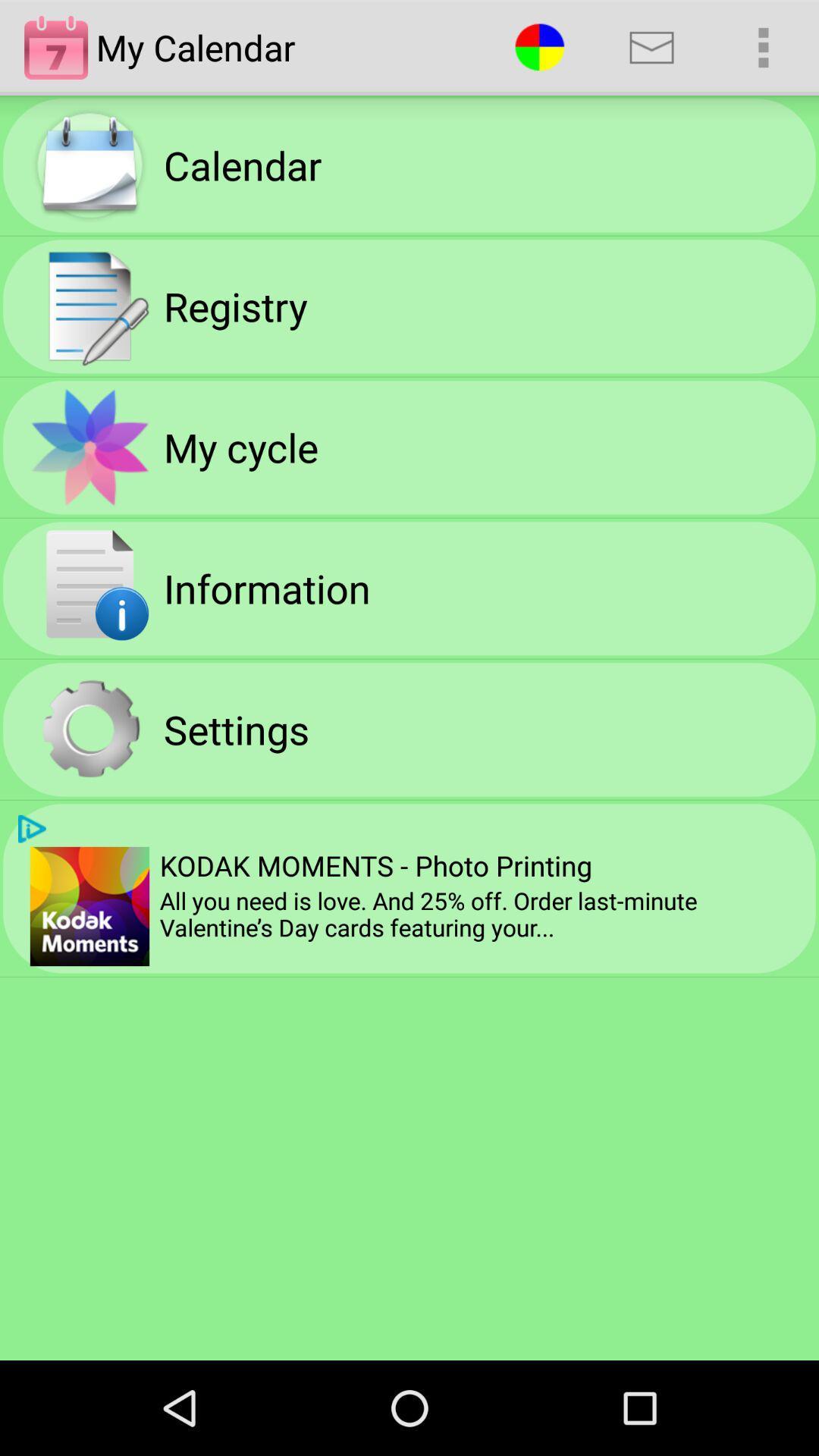 This screenshot has width=819, height=1456. What do you see at coordinates (375, 865) in the screenshot?
I see `the kodak moments photo icon` at bounding box center [375, 865].